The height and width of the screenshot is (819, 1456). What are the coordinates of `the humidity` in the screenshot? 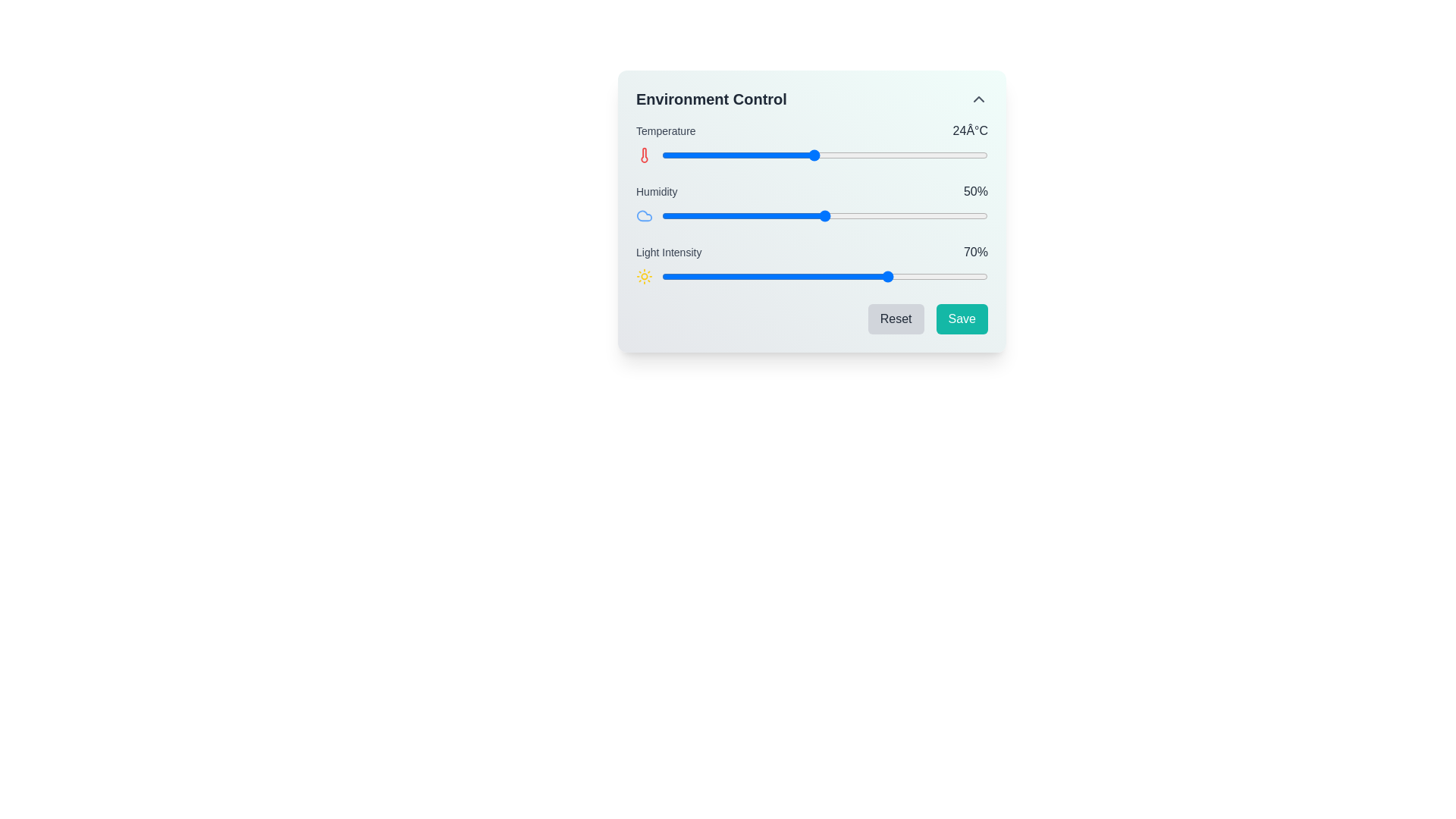 It's located at (670, 216).